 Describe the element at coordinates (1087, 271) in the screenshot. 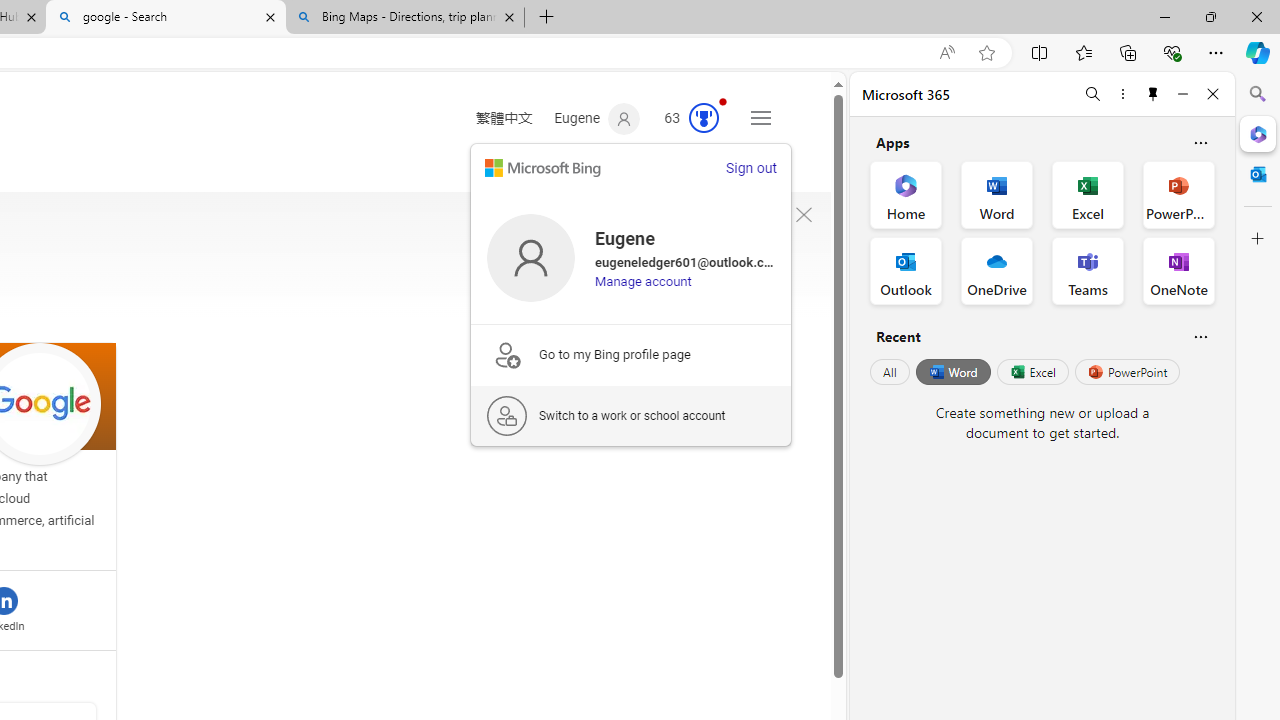

I see `'Teams Office App'` at that location.